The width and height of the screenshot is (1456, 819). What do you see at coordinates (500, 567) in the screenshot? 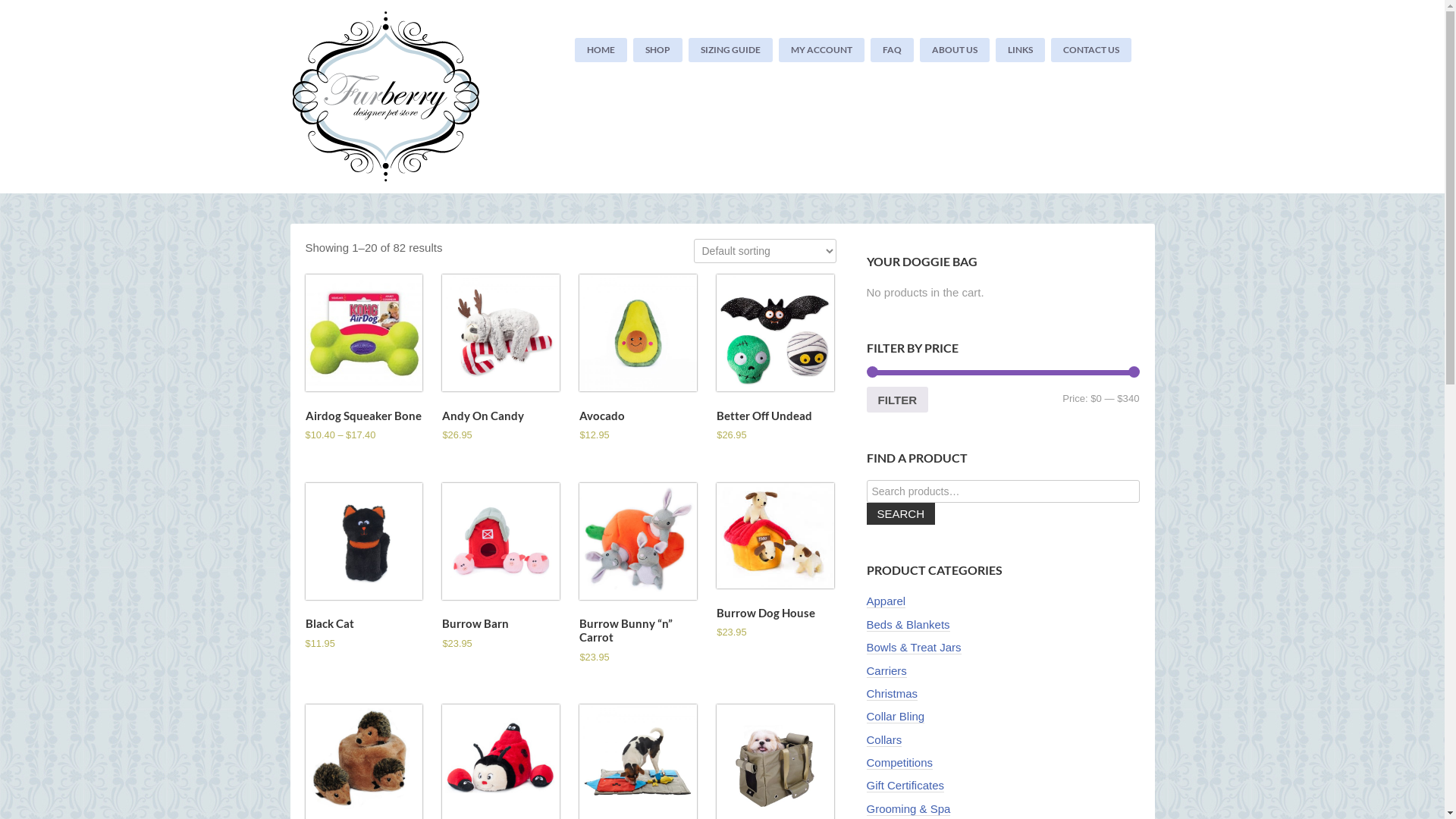
I see `'Burrow Barn` at bounding box center [500, 567].